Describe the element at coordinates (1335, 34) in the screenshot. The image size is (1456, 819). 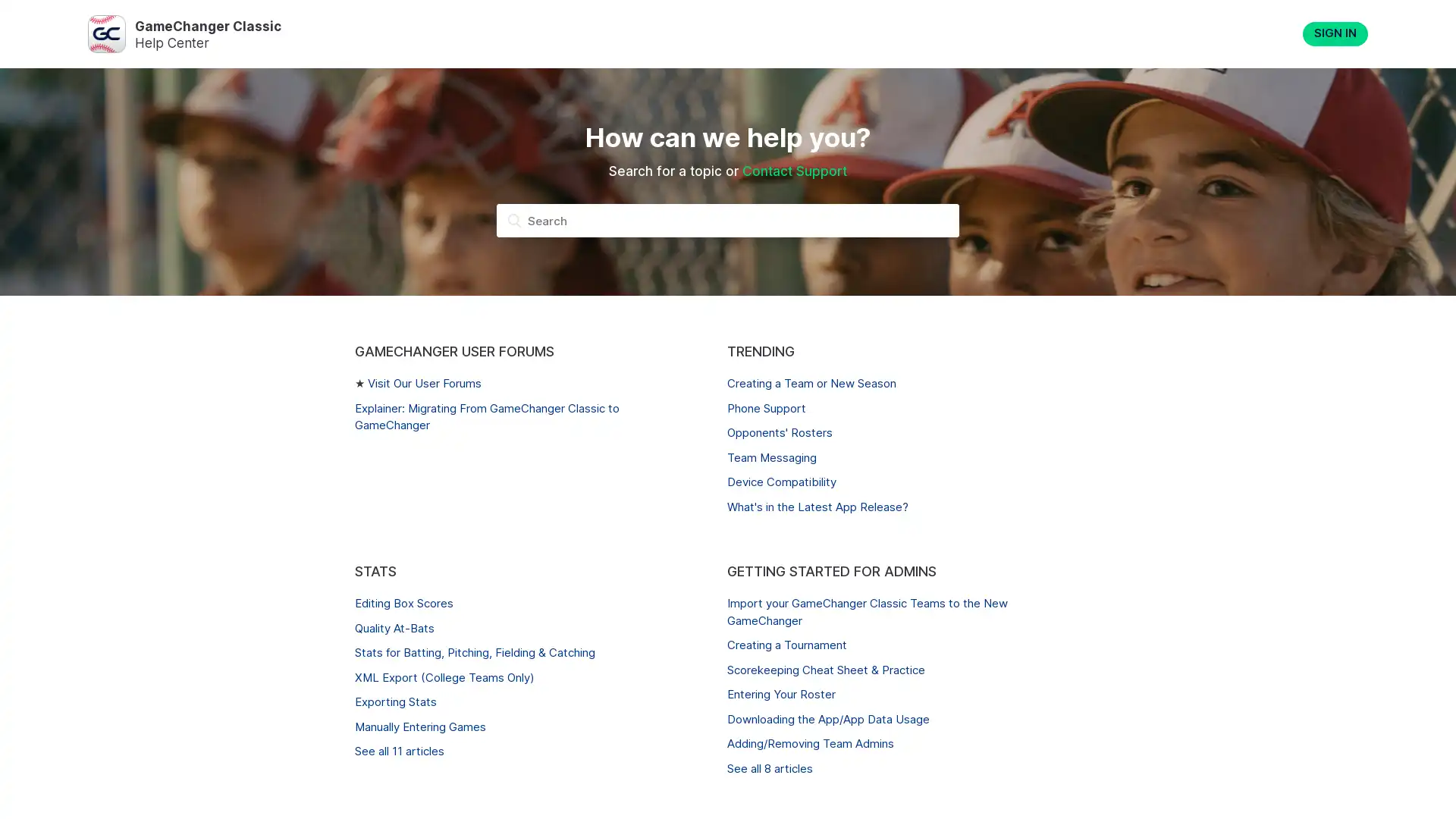
I see `SIGN IN` at that location.